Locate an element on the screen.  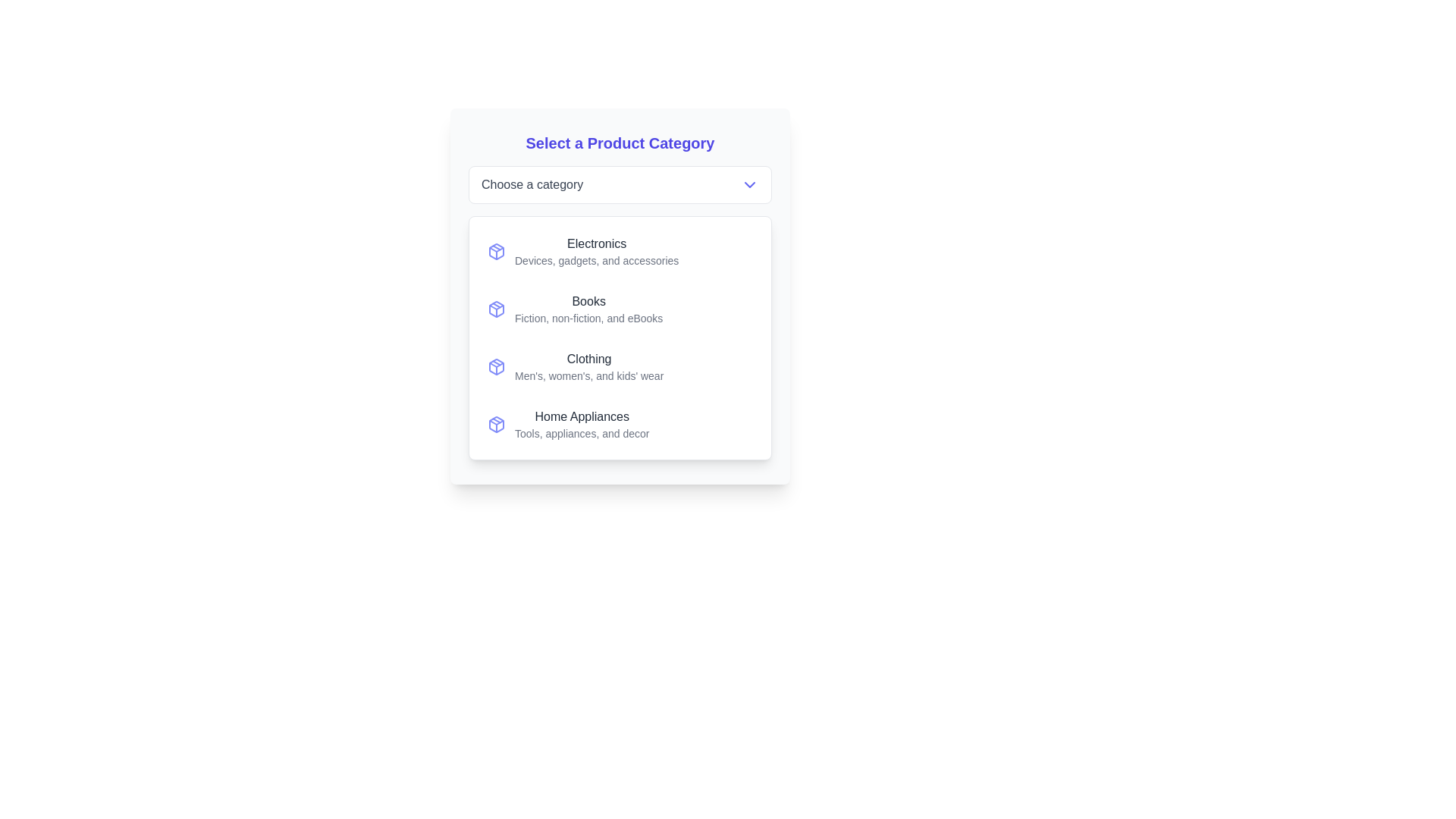
the text label displaying 'Fiction, non-fiction, and eBooks' located below the 'Books' label to read its description is located at coordinates (588, 318).